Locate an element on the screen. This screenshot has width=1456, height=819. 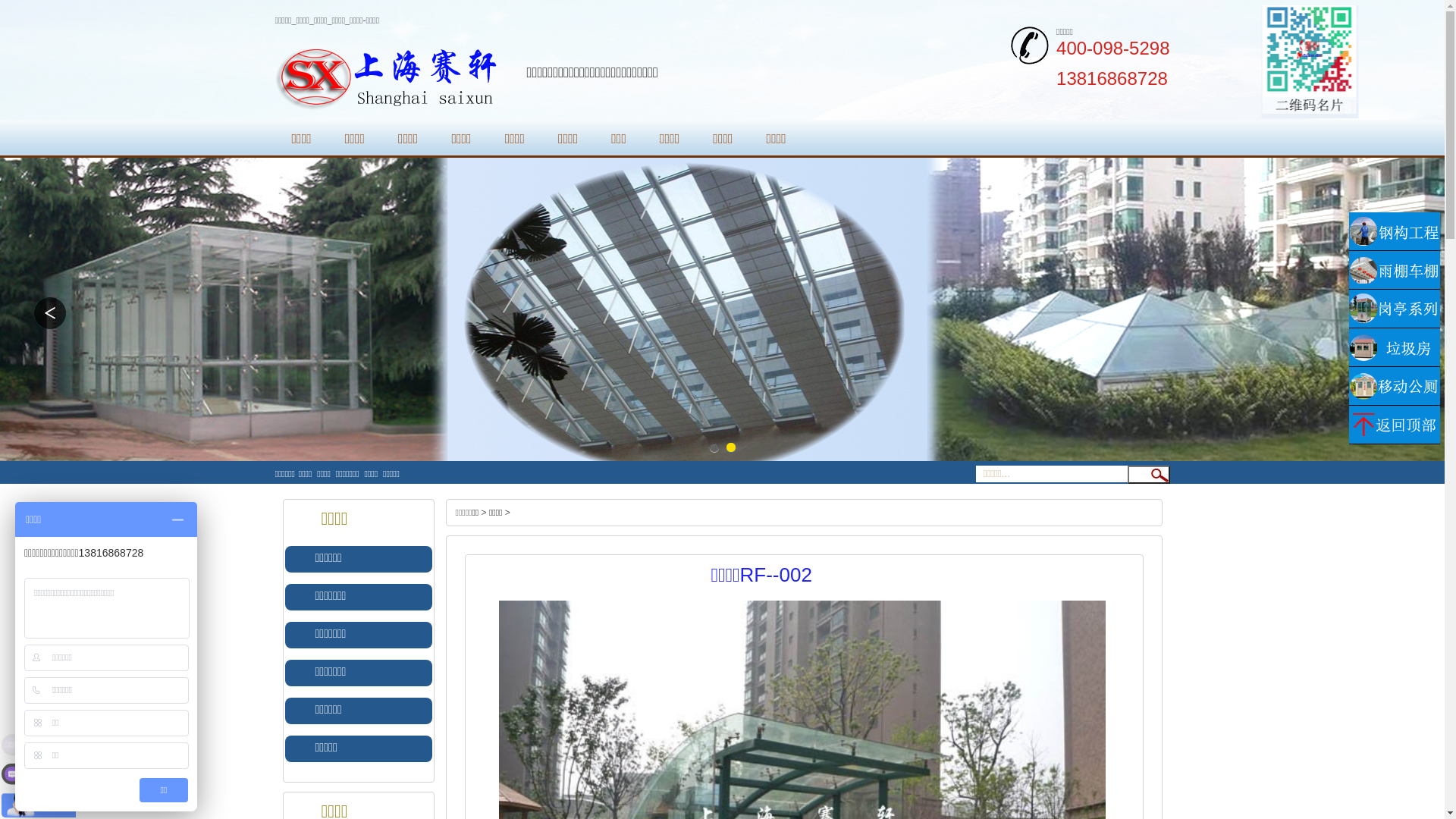
'1' is located at coordinates (712, 447).